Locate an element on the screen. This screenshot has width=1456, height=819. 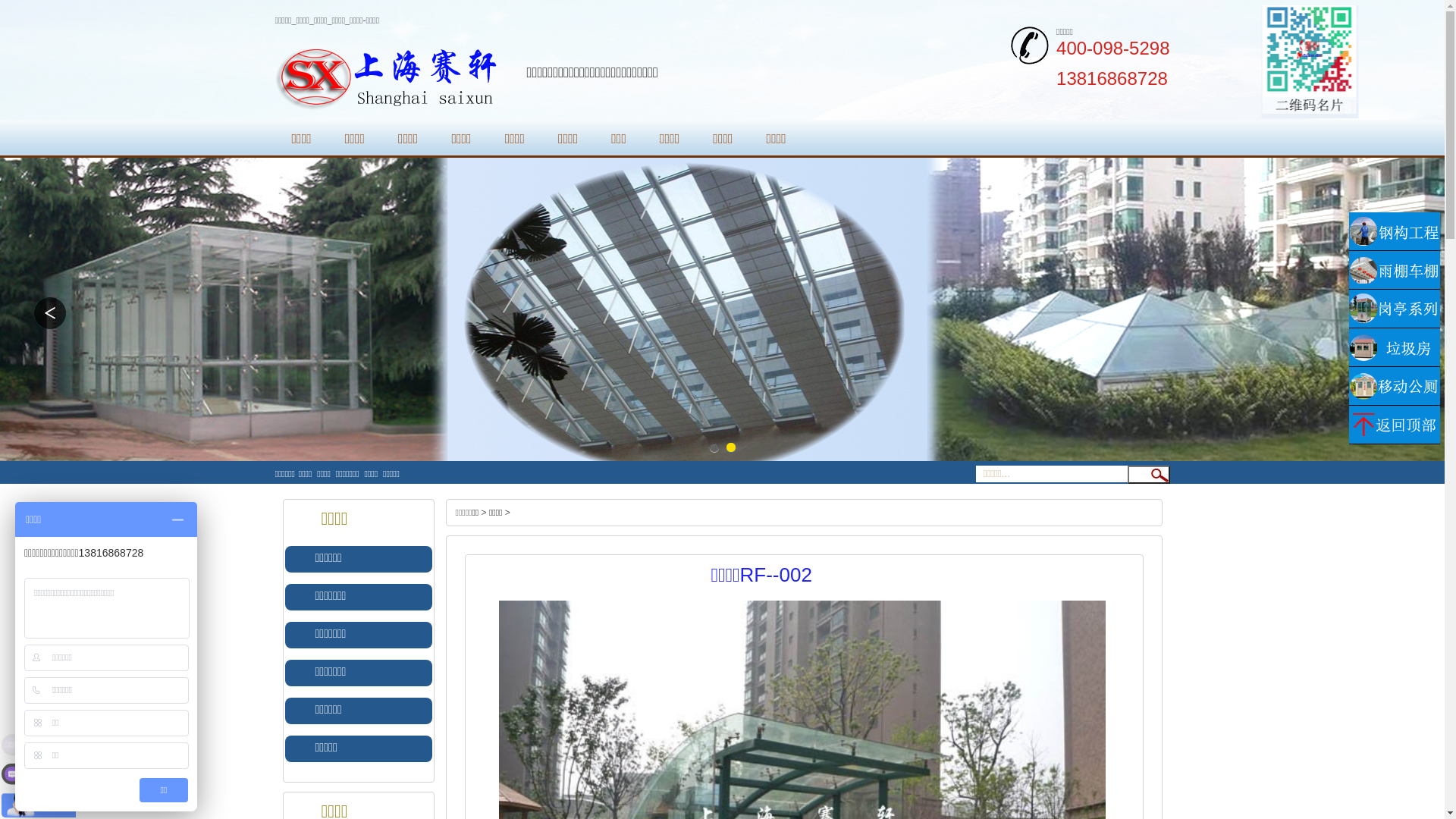
'1' is located at coordinates (712, 447).